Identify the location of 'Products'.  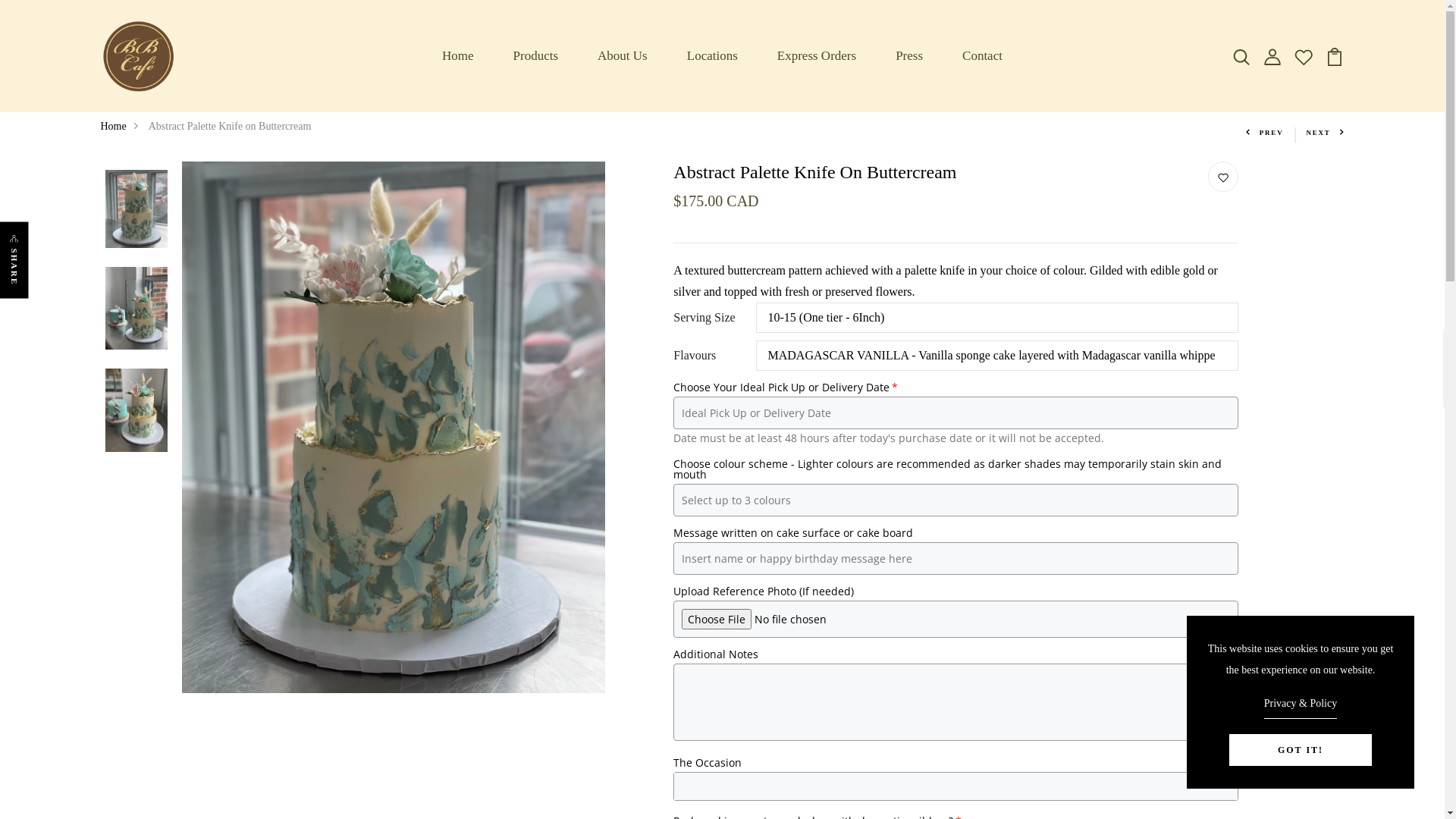
(535, 55).